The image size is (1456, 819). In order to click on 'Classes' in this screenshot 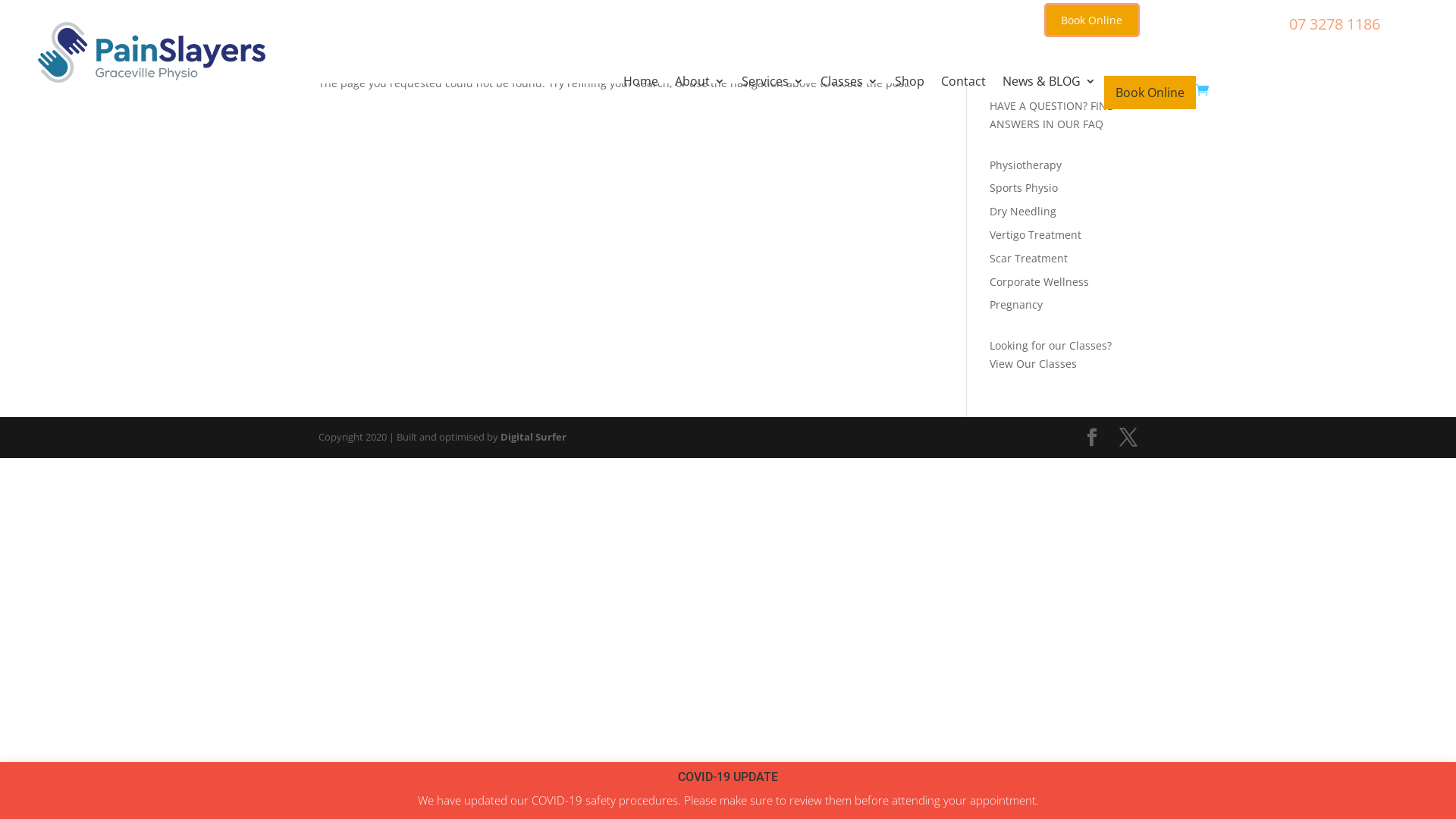, I will do `click(848, 93)`.